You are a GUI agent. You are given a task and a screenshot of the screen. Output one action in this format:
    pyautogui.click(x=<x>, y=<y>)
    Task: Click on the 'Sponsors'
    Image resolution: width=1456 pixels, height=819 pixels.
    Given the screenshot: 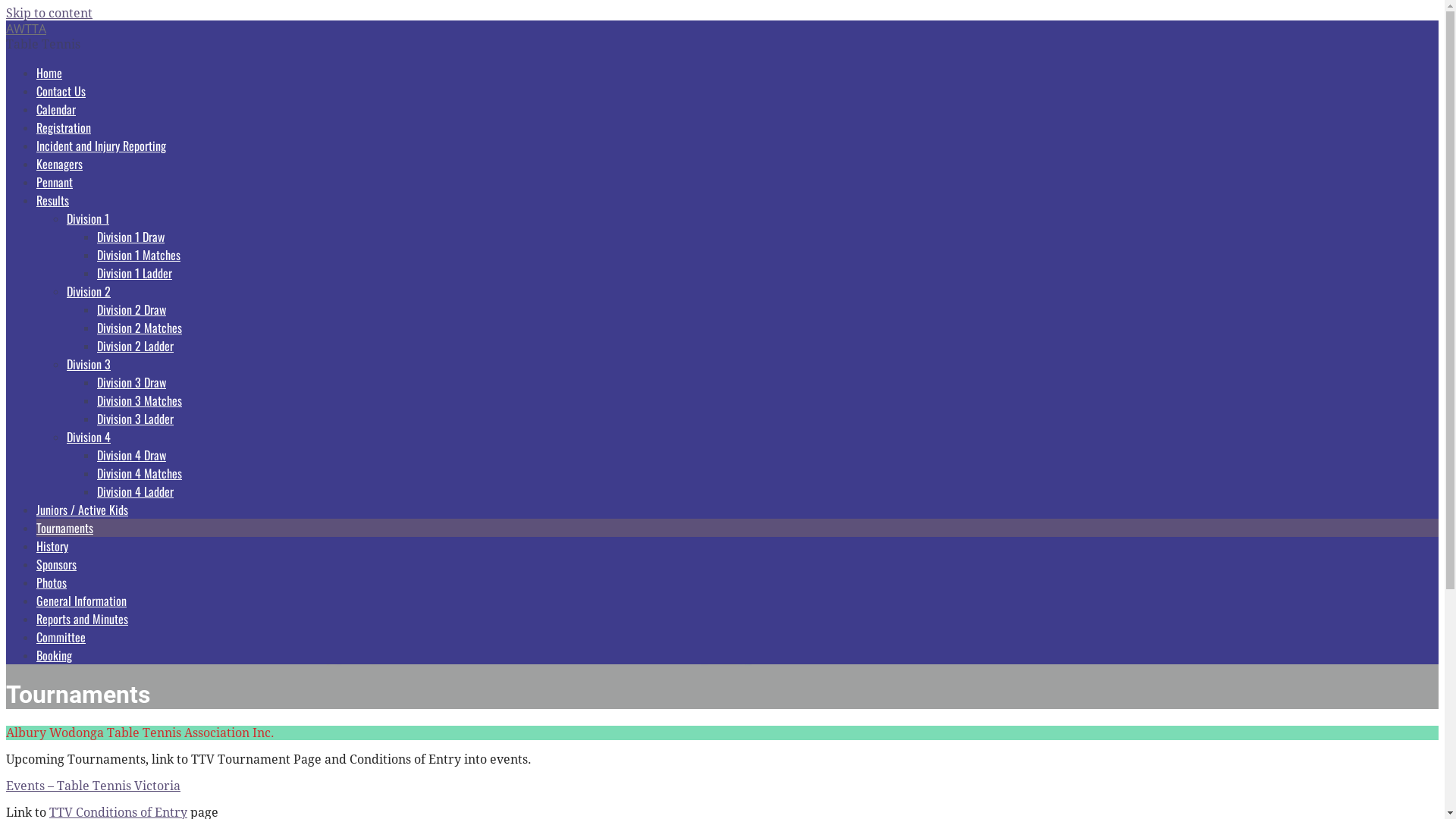 What is the action you would take?
    pyautogui.click(x=56, y=564)
    